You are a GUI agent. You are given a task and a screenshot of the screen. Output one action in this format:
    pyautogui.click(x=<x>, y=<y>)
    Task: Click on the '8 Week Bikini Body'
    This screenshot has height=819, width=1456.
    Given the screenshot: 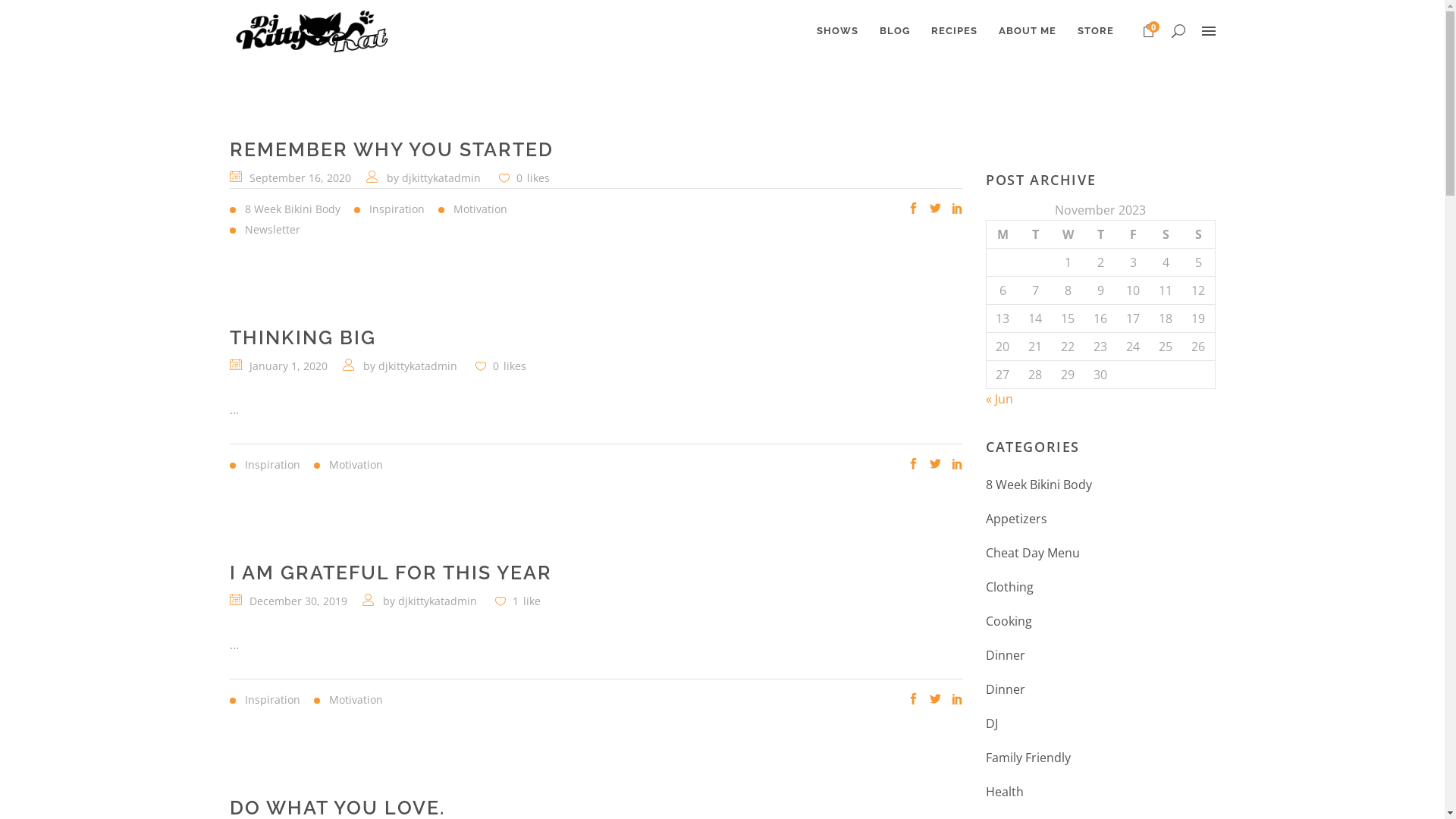 What is the action you would take?
    pyautogui.click(x=1037, y=485)
    